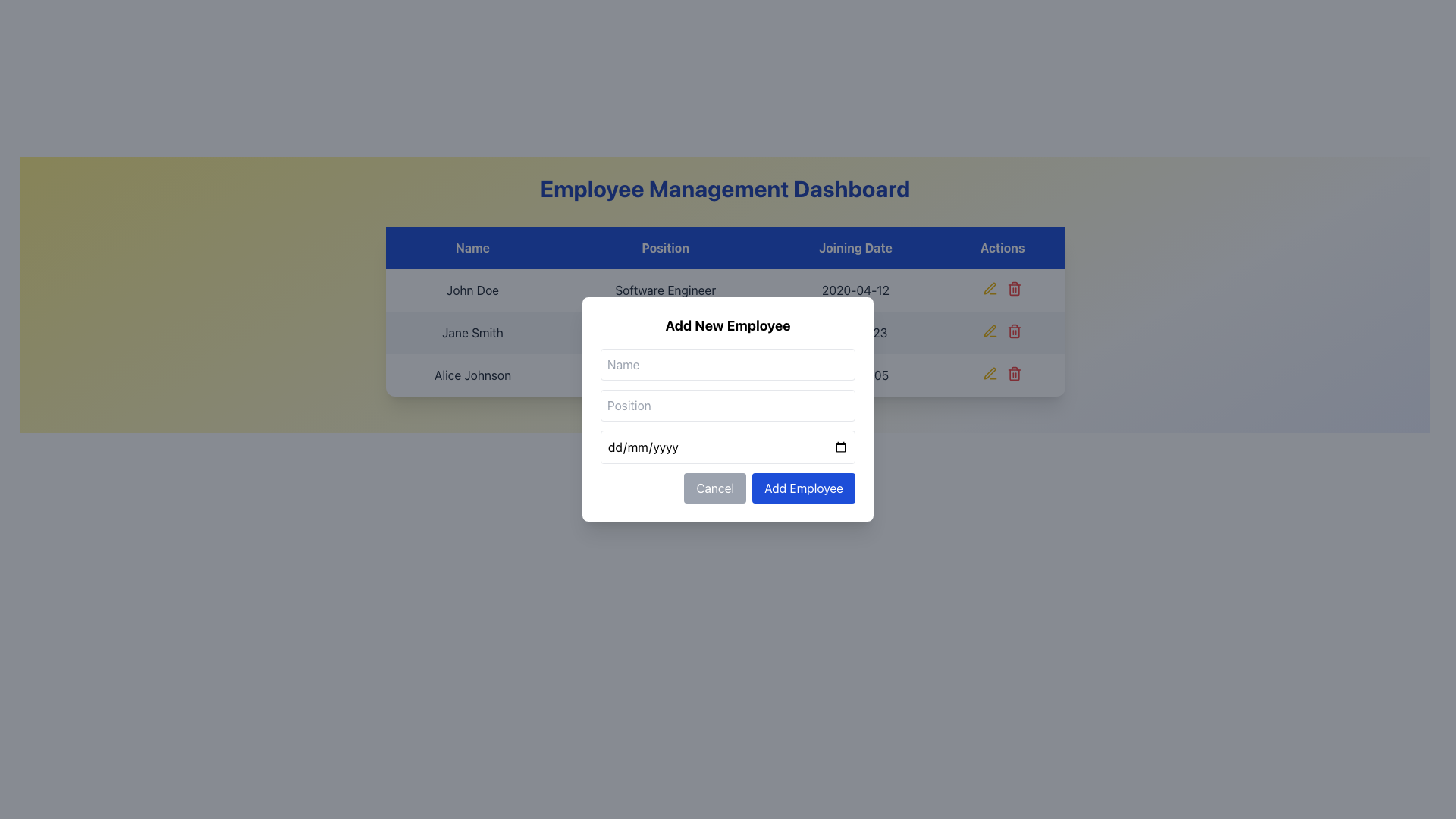 This screenshot has height=819, width=1456. I want to click on the 'John Doe' text label in the first column of the first row of the table, so click(472, 290).